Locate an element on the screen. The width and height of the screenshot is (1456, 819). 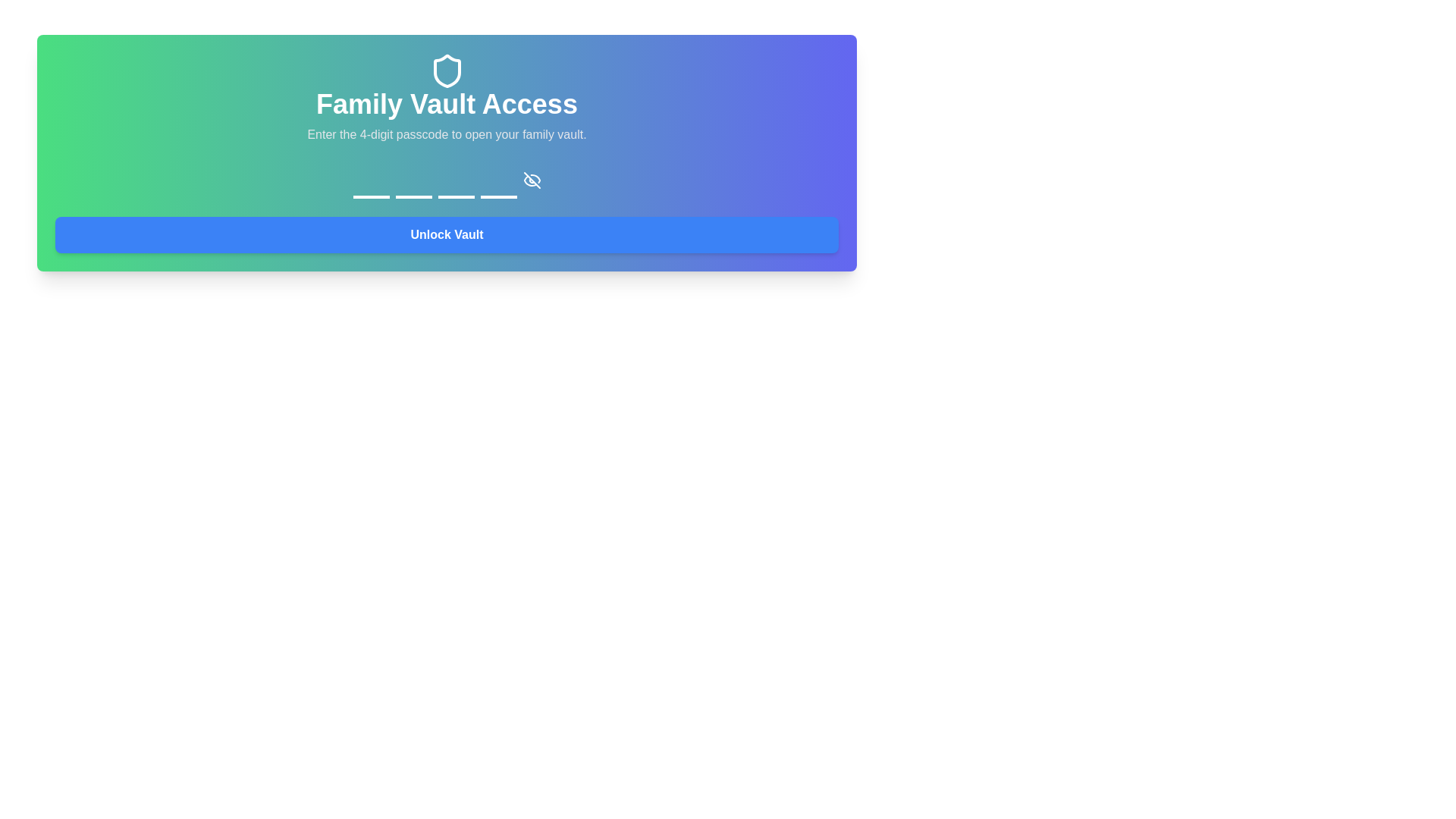
the text display element that instructs 'Enter the 4-digit passcode is located at coordinates (446, 133).